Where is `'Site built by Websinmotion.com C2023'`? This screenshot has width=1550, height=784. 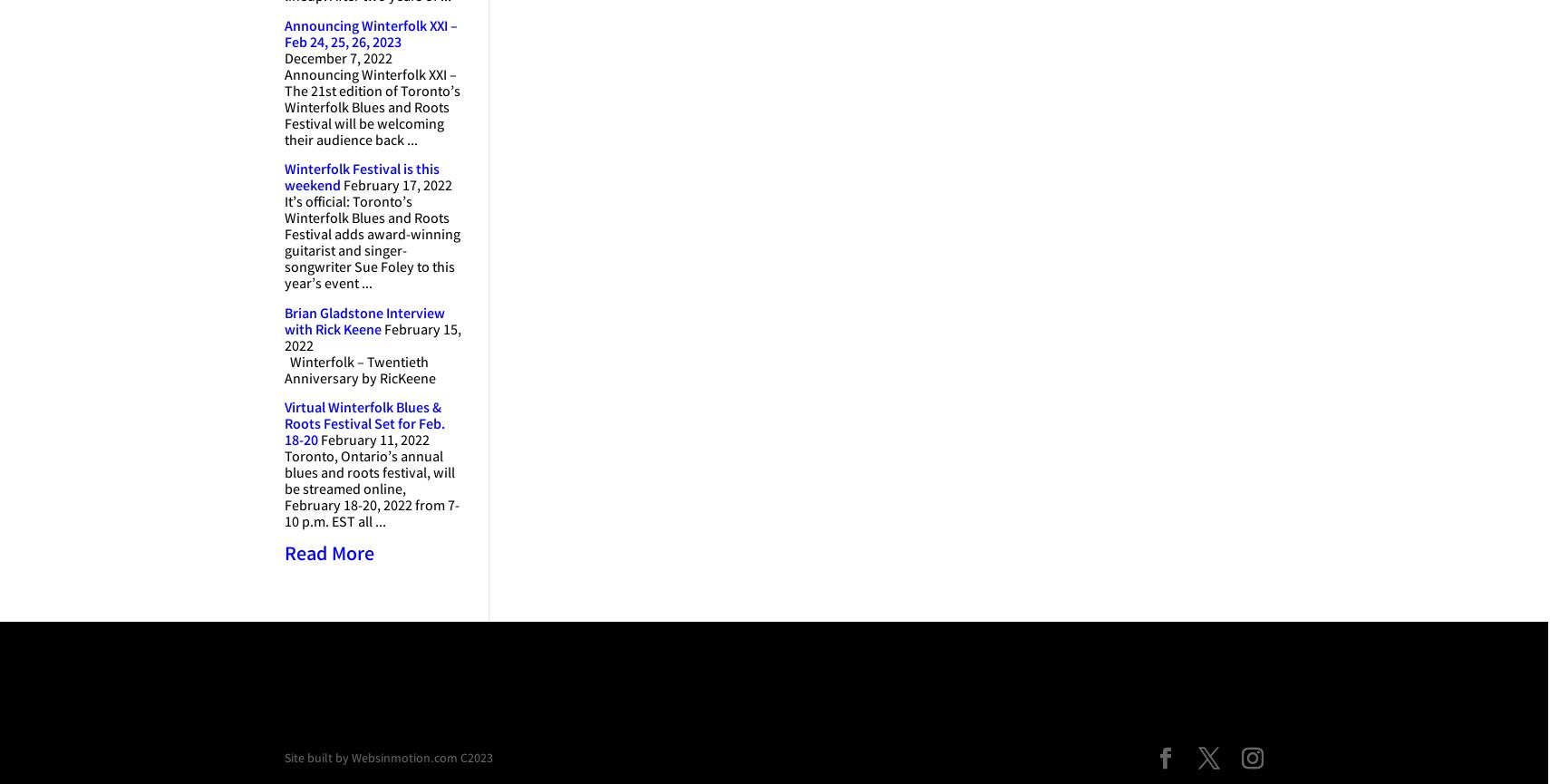 'Site built by Websinmotion.com C2023' is located at coordinates (389, 757).